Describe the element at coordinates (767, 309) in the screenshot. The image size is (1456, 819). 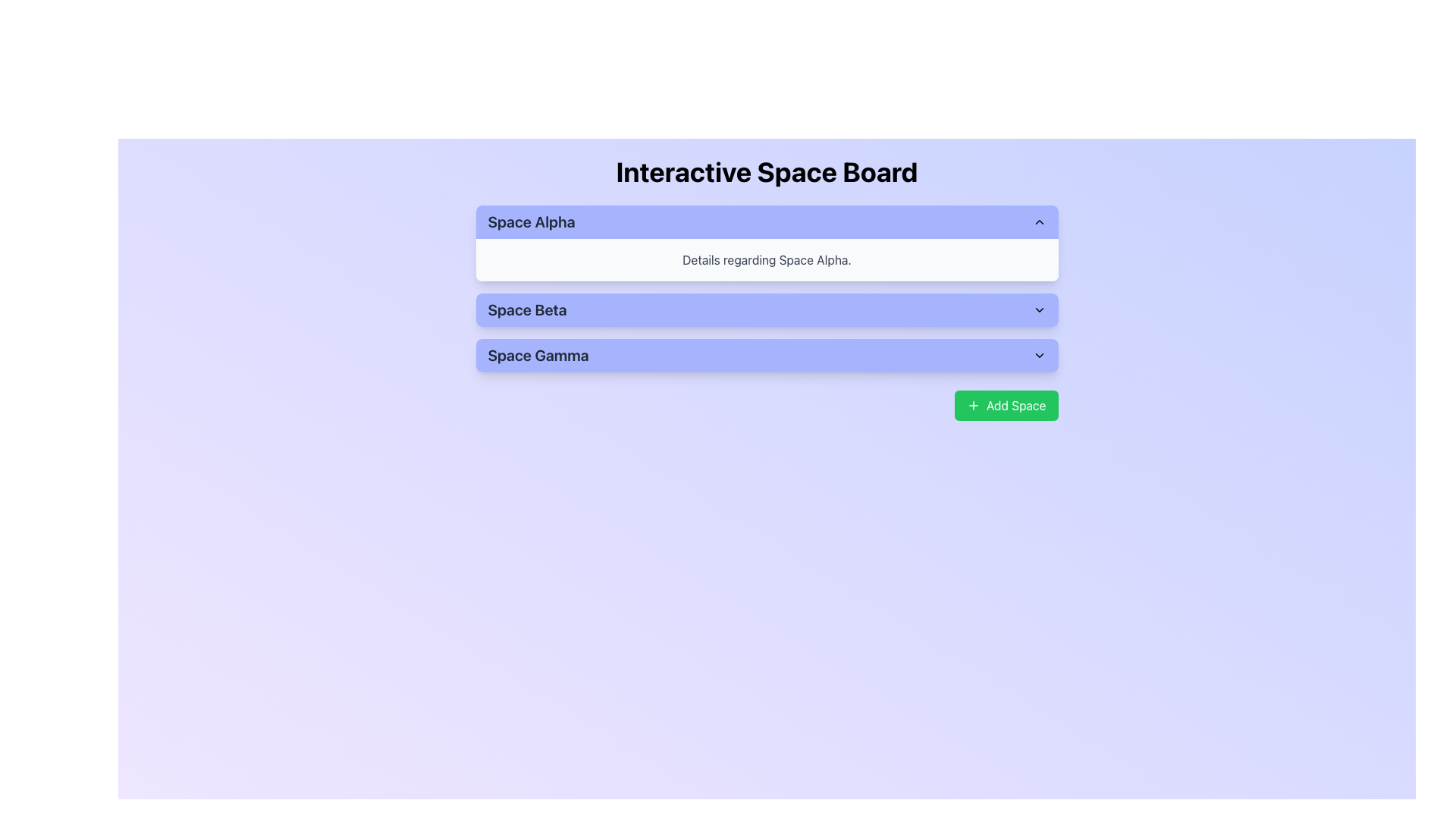
I see `the 'Space Beta' button, which is the second button in the vertical list of three buttons labeled 'Space Alpha', 'Space Beta', and 'Space Gamma'` at that location.